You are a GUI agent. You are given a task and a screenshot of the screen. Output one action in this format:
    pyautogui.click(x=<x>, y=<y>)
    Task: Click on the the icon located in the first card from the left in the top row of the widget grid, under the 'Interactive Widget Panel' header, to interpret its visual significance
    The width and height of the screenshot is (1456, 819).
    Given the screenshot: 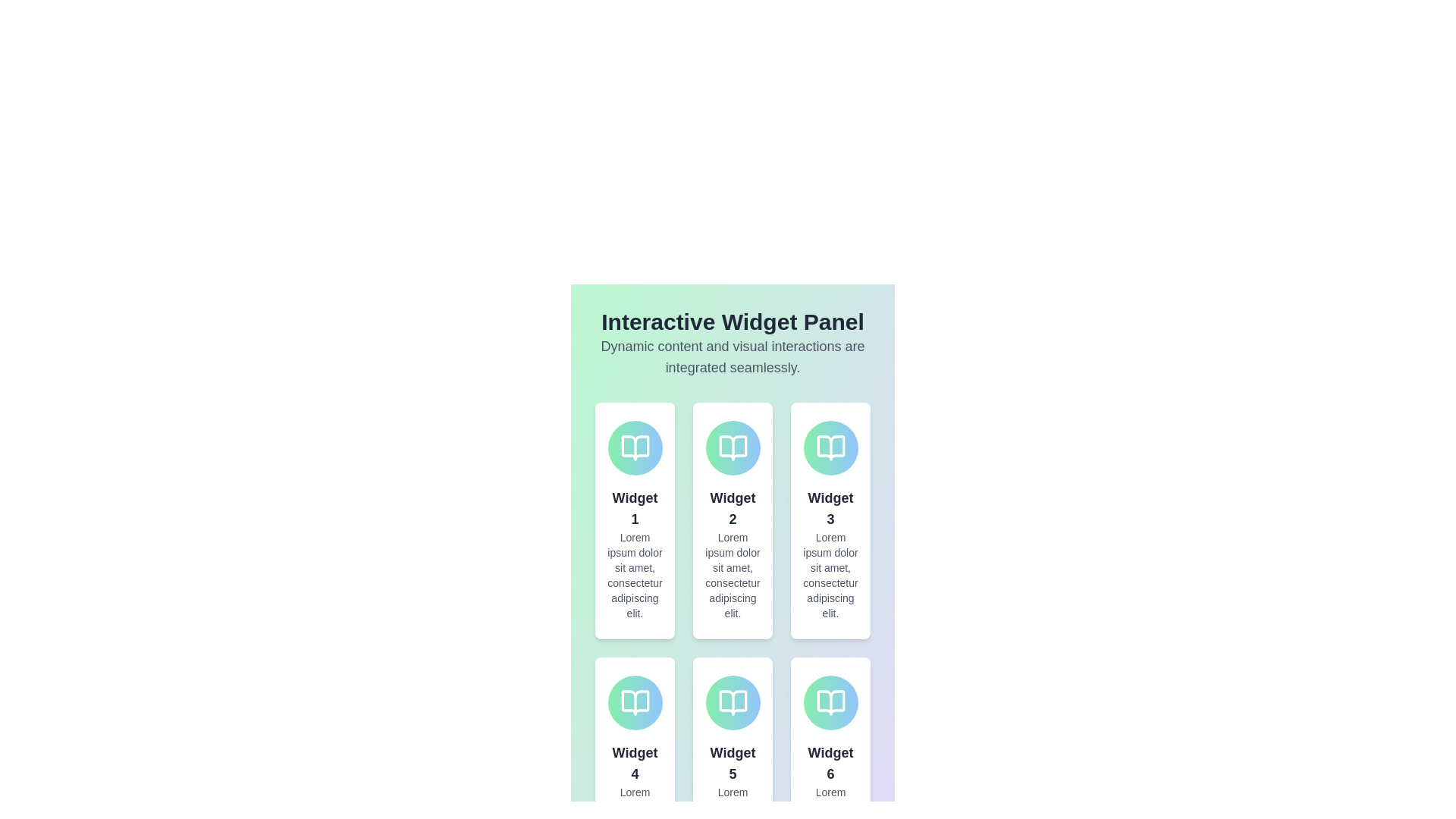 What is the action you would take?
    pyautogui.click(x=635, y=447)
    